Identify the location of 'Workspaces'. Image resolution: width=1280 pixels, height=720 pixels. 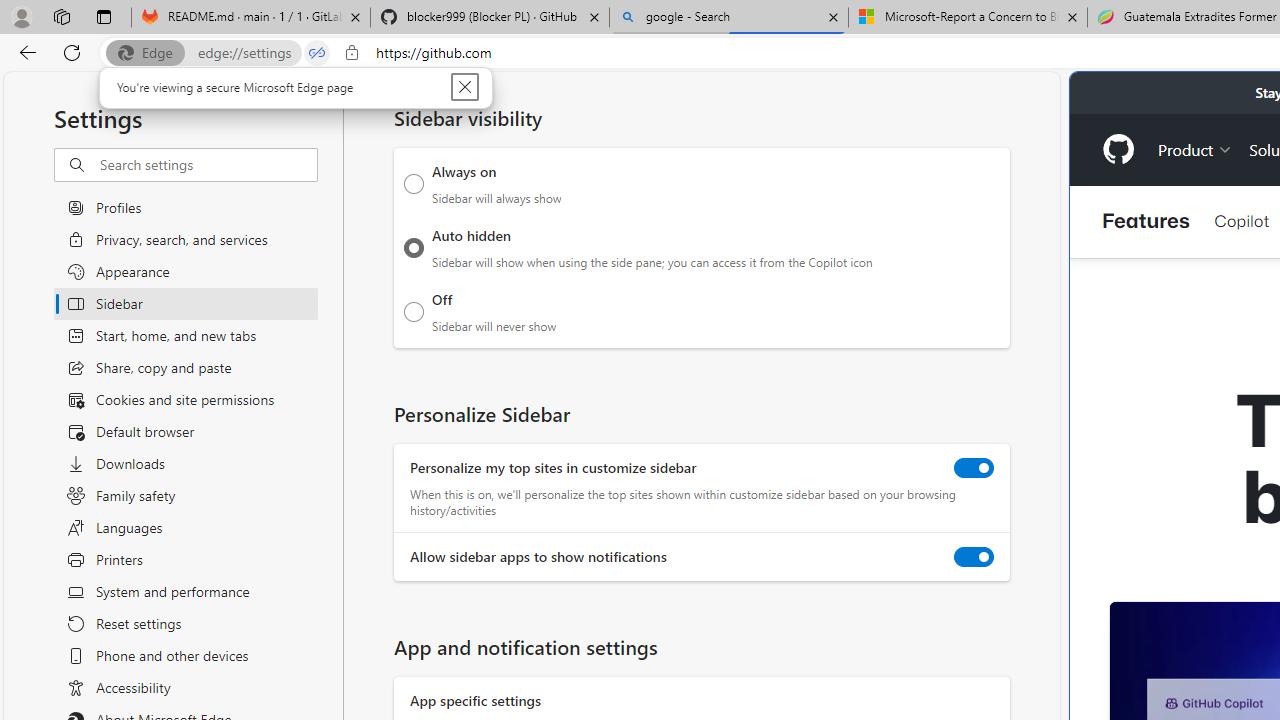
(61, 16).